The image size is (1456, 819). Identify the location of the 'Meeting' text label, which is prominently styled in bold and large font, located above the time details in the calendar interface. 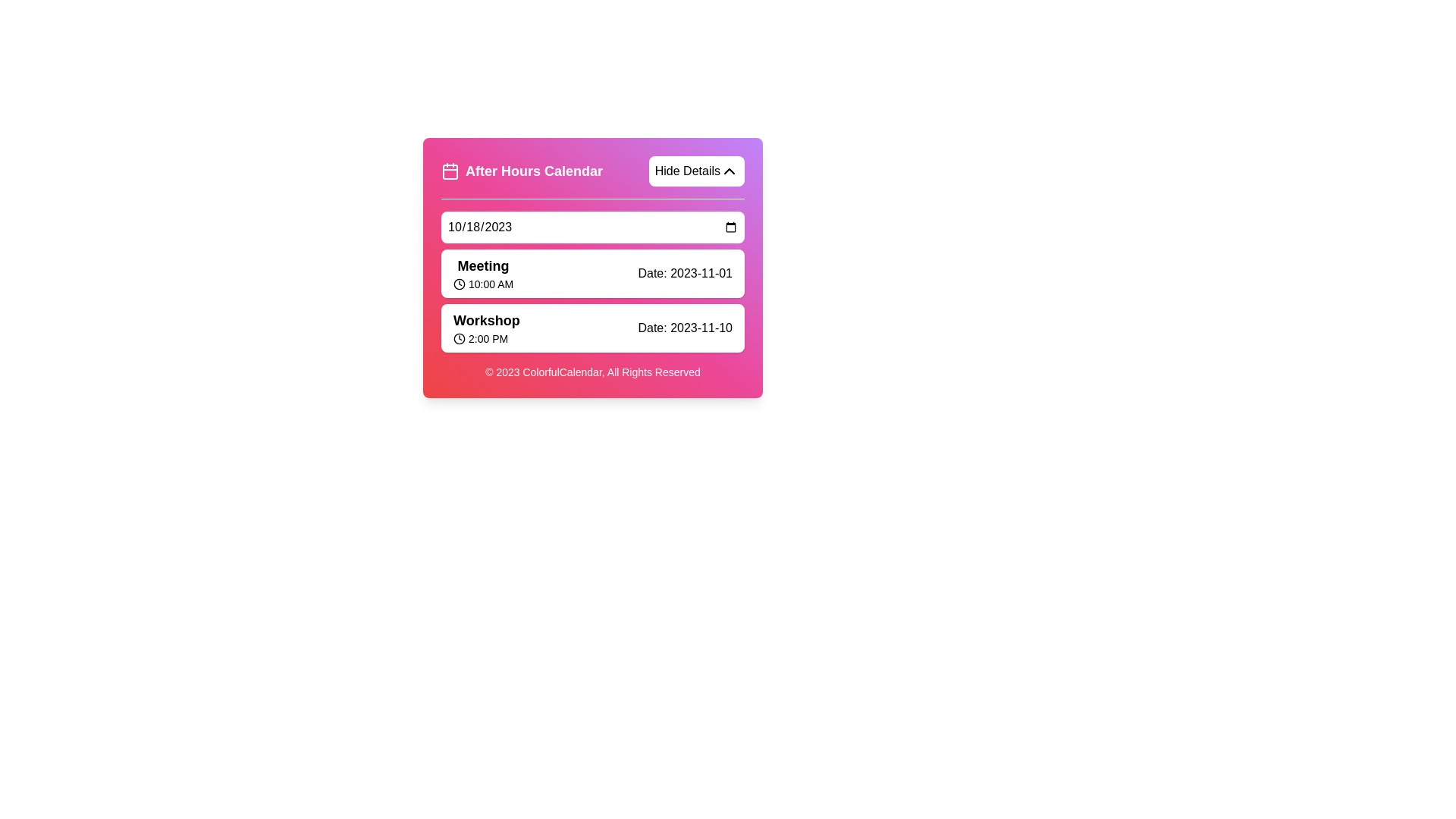
(482, 265).